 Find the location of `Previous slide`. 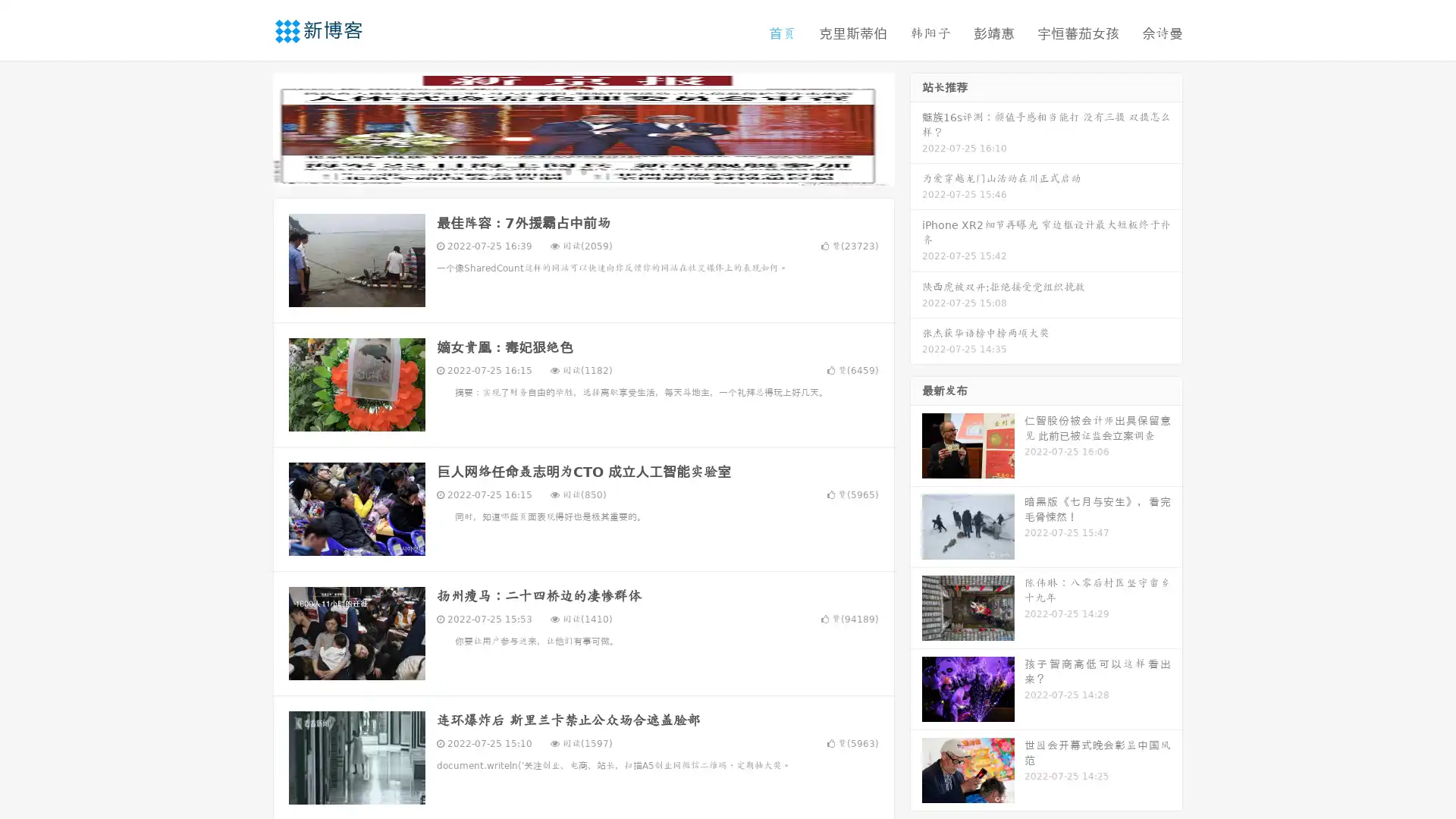

Previous slide is located at coordinates (250, 127).